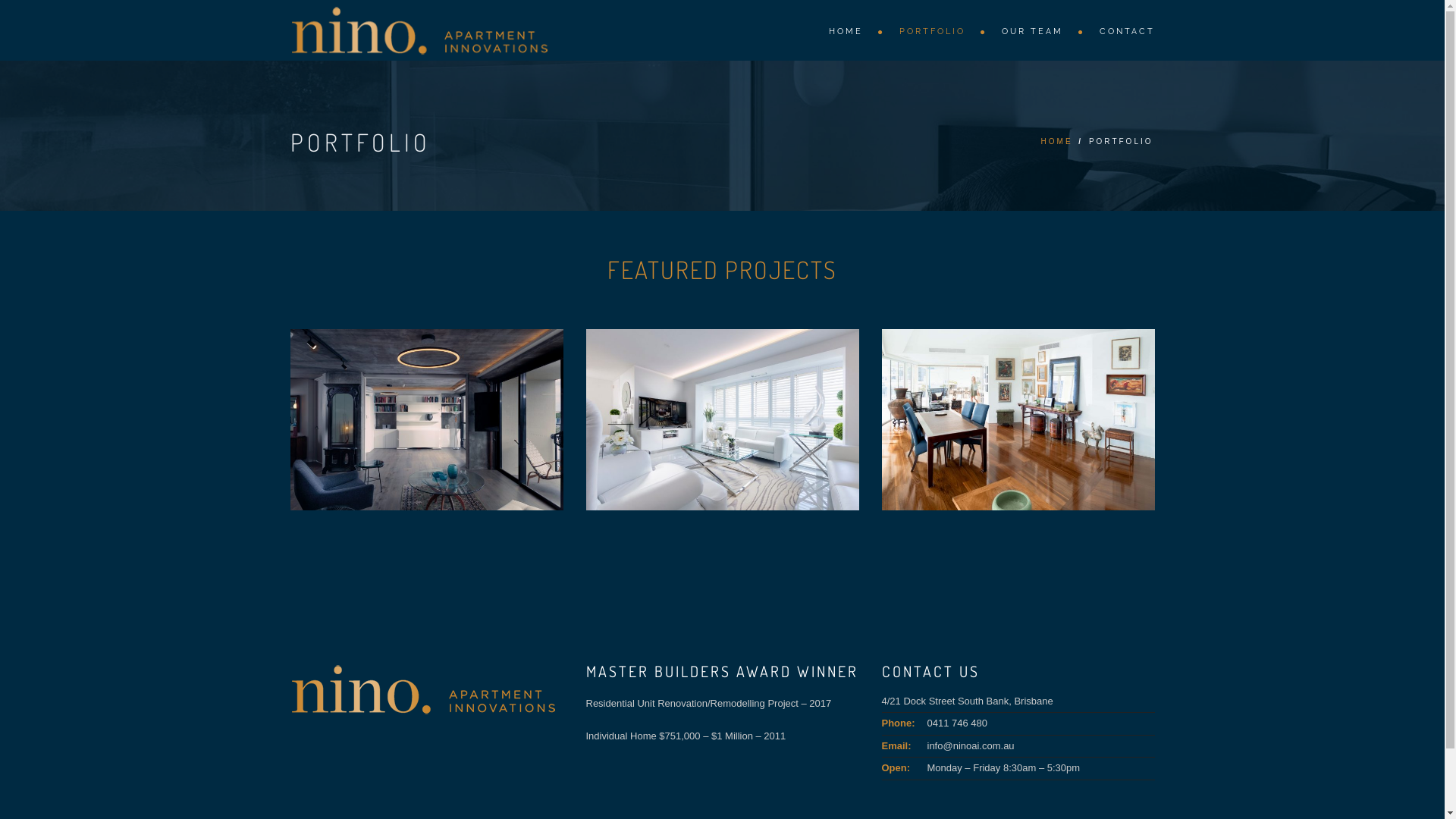 This screenshot has height=819, width=1456. What do you see at coordinates (934, 30) in the screenshot?
I see `'PORTFOLIO'` at bounding box center [934, 30].